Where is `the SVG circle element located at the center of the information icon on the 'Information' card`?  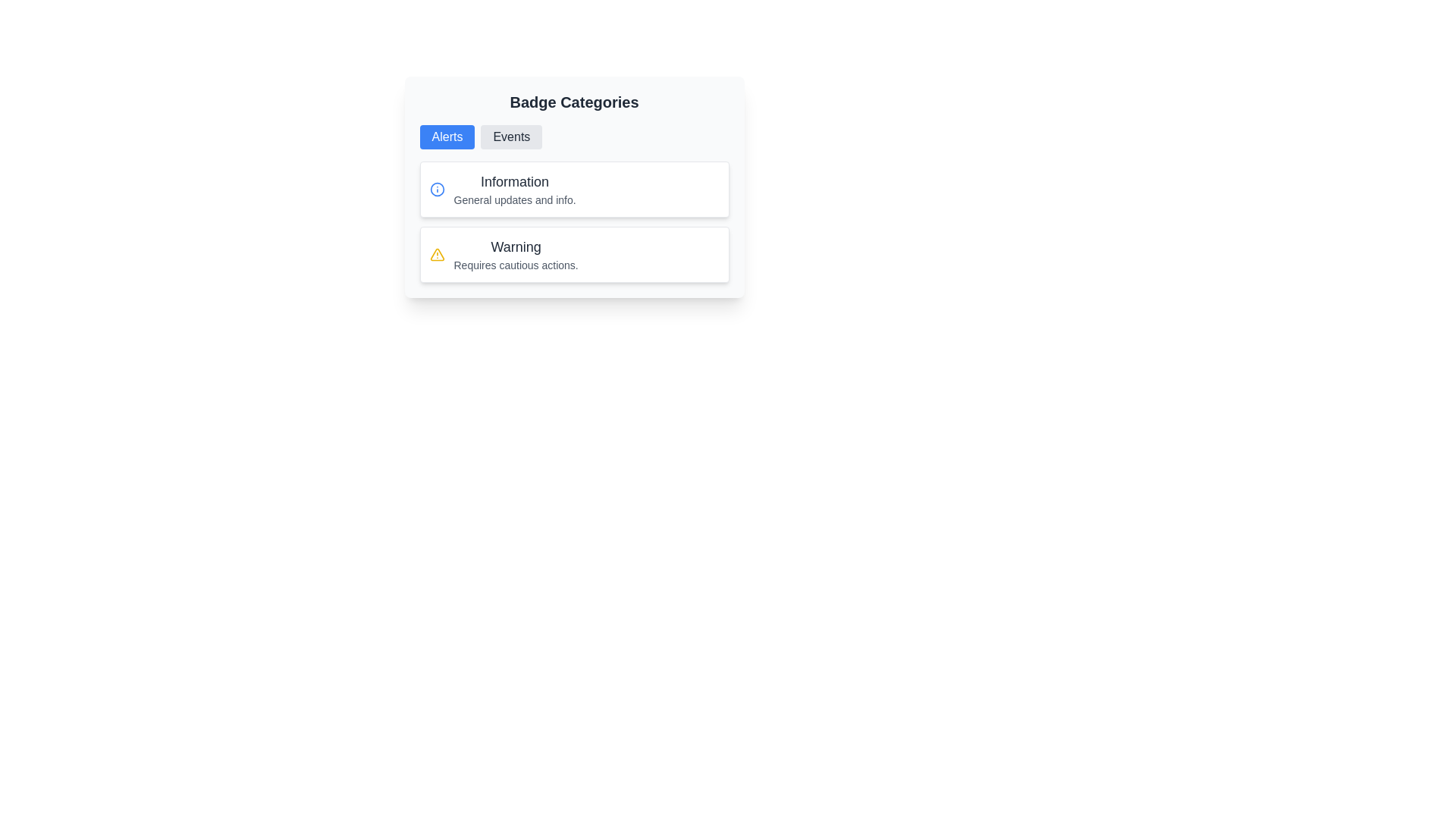
the SVG circle element located at the center of the information icon on the 'Information' card is located at coordinates (436, 189).